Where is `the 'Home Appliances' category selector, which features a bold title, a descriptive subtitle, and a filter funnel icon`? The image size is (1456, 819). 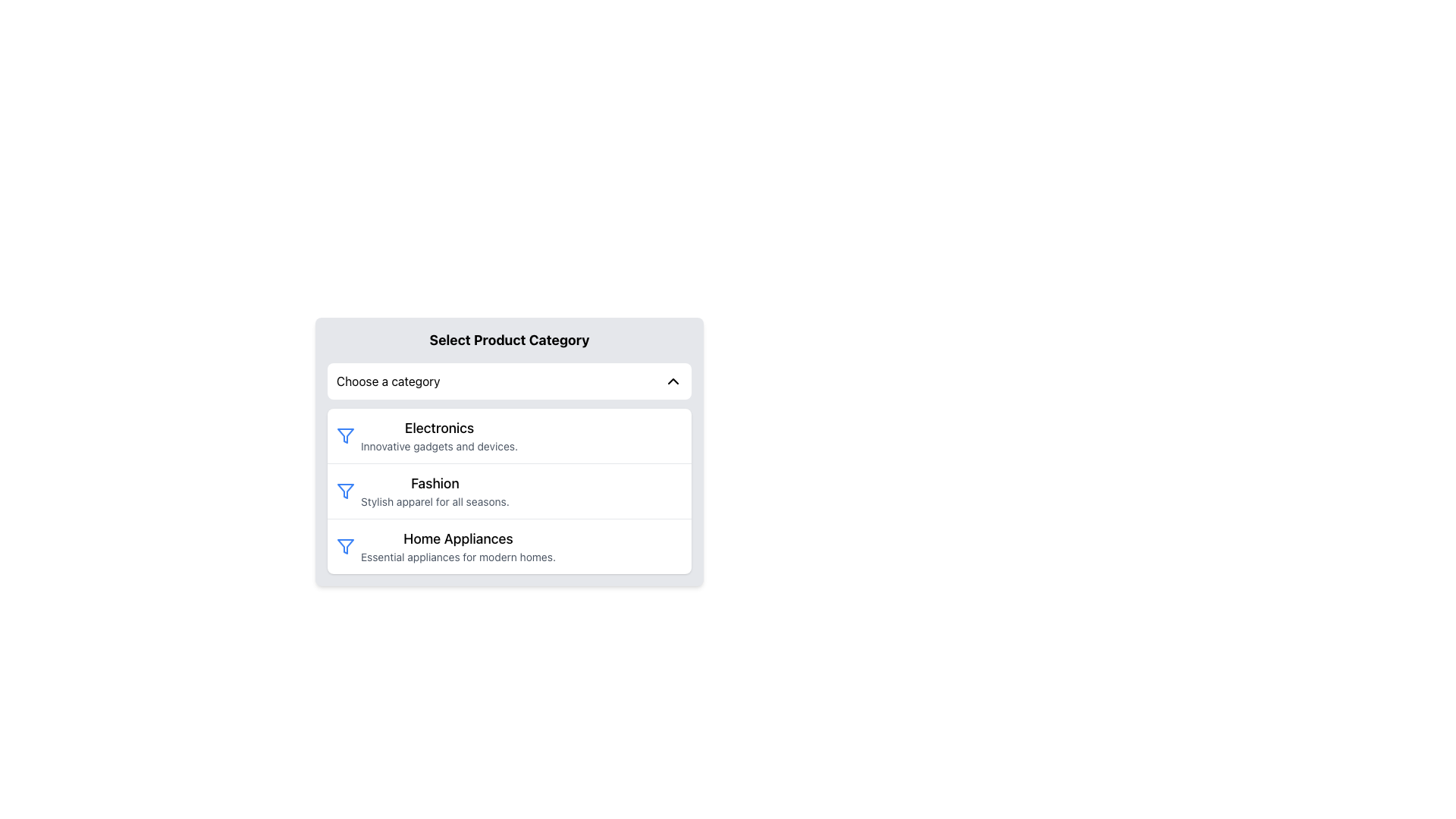
the 'Home Appliances' category selector, which features a bold title, a descriptive subtitle, and a filter funnel icon is located at coordinates (510, 547).